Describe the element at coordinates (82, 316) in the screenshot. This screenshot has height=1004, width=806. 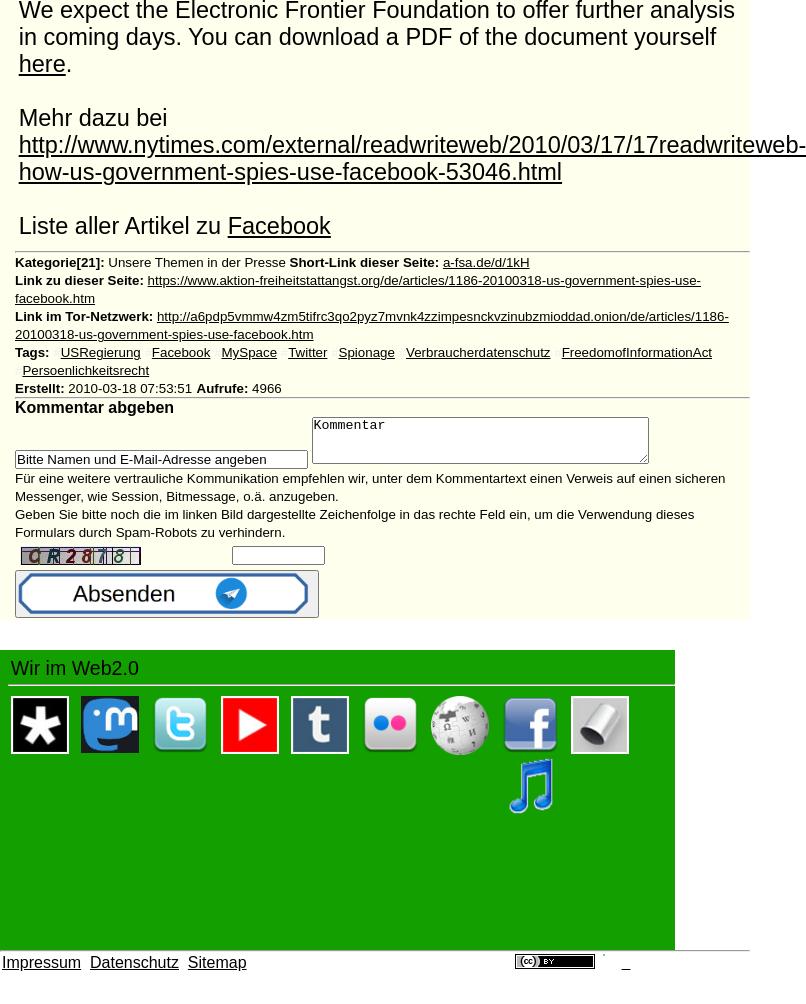
I see `'Link im Tor-Netzwerk:'` at that location.